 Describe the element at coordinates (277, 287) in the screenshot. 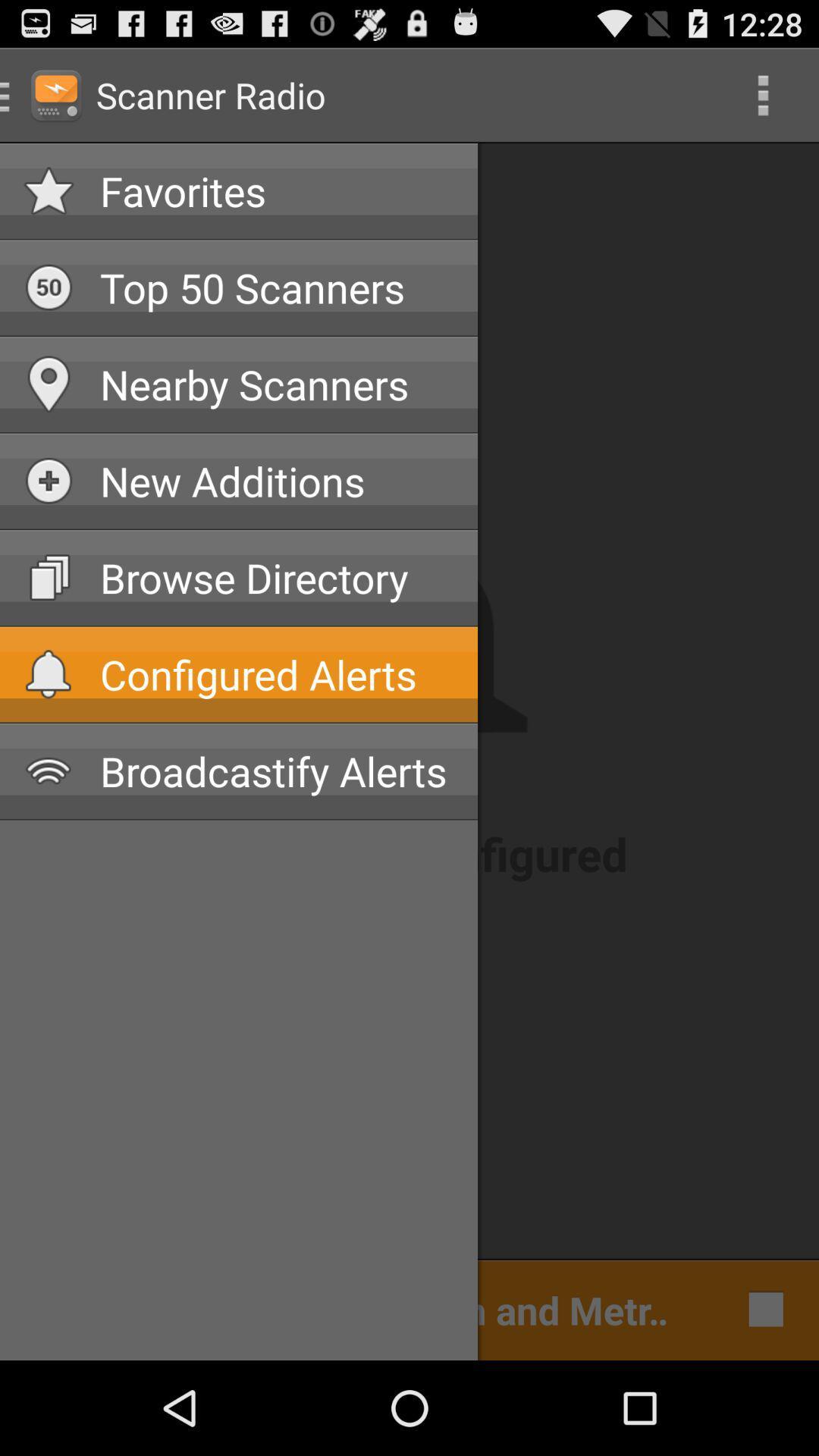

I see `app above nearby scanners app` at that location.